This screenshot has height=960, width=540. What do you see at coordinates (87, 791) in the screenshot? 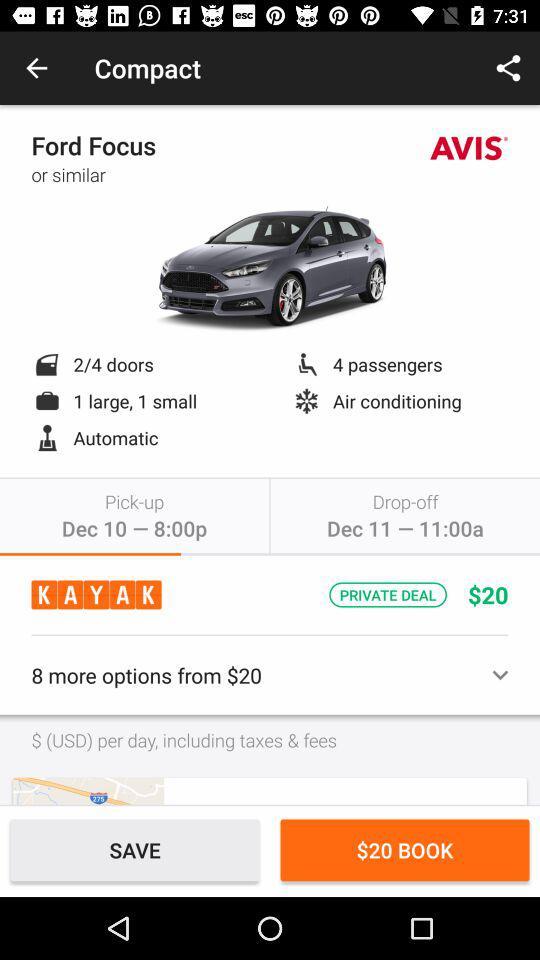
I see `directions to seller` at bounding box center [87, 791].